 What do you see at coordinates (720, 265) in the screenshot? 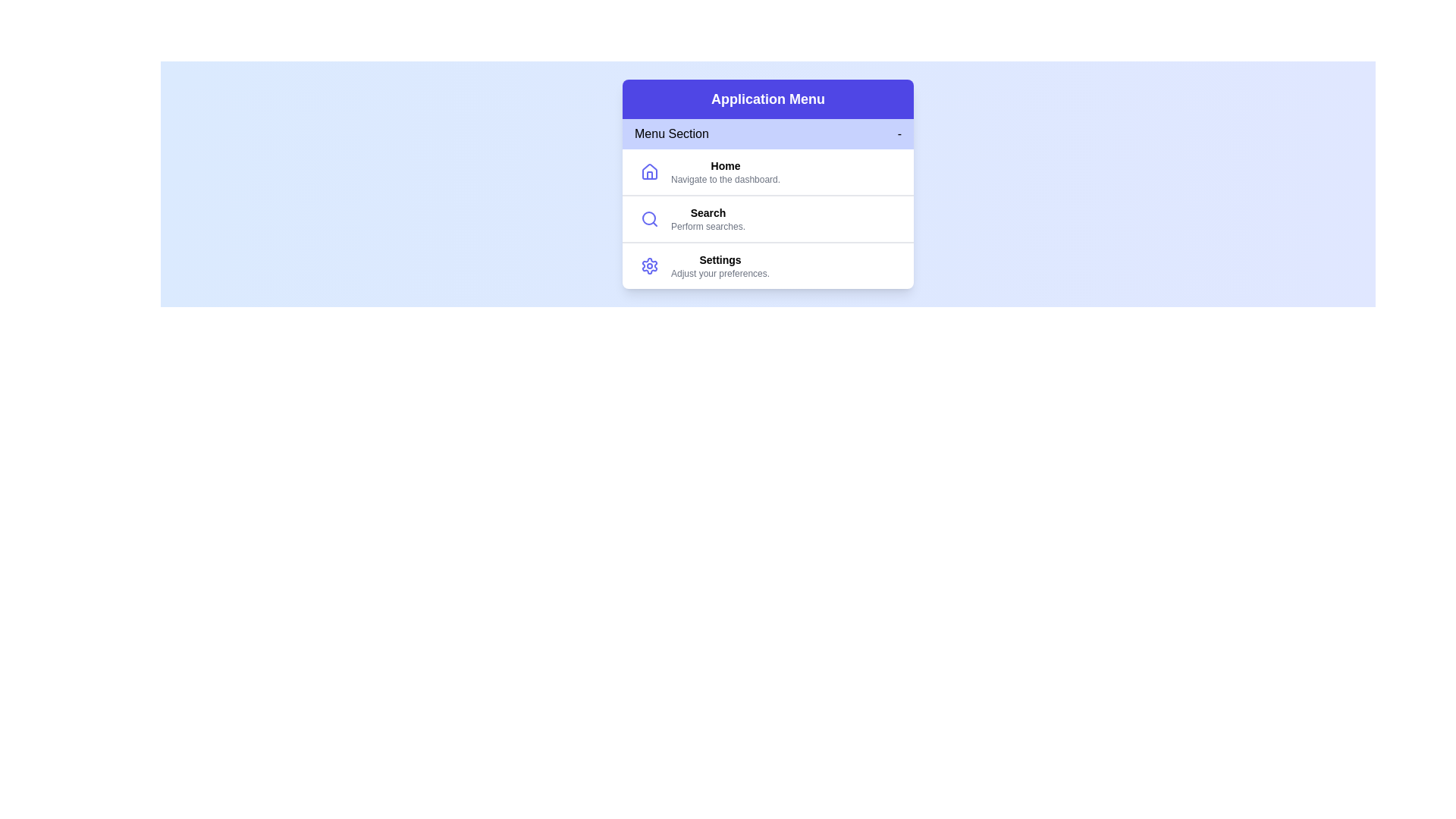
I see `the menu item Settings by clicking on it` at bounding box center [720, 265].